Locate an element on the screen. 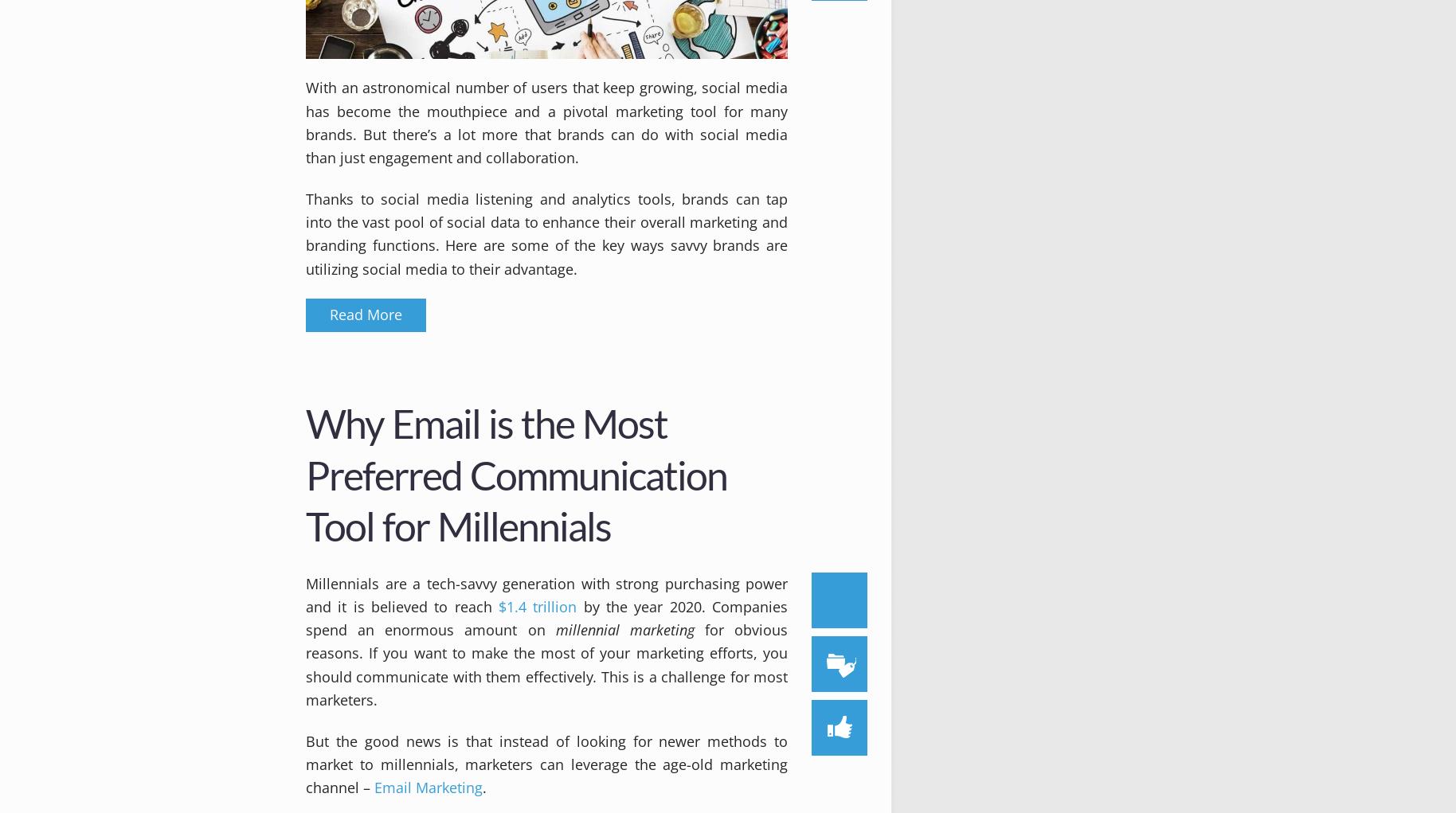  'Thanks to social media listening and analytics tools, brands can tap into the vast pool of social data to enhance their overall marketing and branding functions. Here are some of the key ways savvy brands are utilizing social media to their advantage.' is located at coordinates (546, 233).